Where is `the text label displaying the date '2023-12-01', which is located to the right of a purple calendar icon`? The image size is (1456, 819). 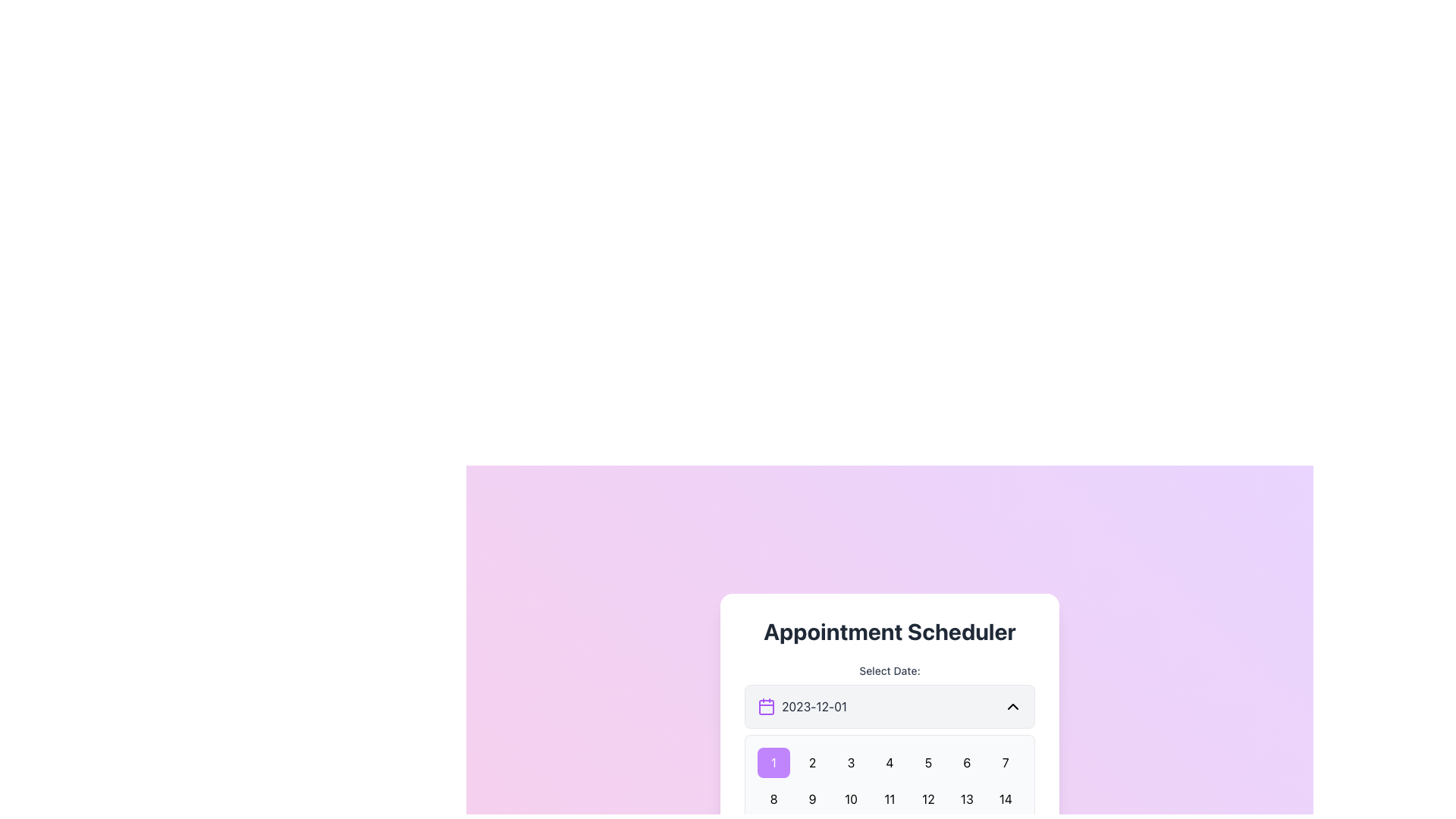 the text label displaying the date '2023-12-01', which is located to the right of a purple calendar icon is located at coordinates (814, 707).